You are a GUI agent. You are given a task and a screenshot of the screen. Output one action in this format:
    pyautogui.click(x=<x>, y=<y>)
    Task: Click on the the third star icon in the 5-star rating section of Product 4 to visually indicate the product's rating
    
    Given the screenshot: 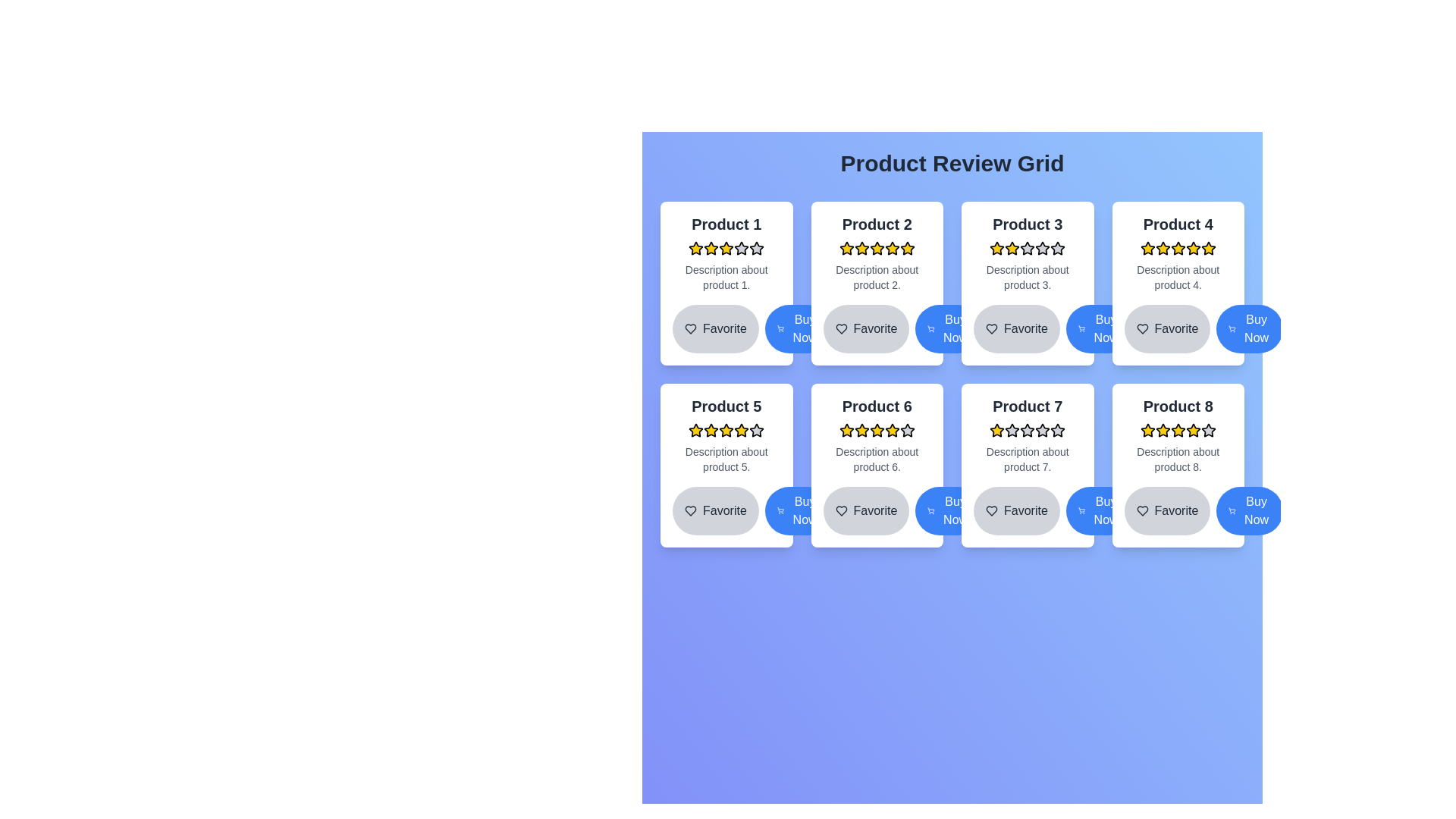 What is the action you would take?
    pyautogui.click(x=1162, y=247)
    